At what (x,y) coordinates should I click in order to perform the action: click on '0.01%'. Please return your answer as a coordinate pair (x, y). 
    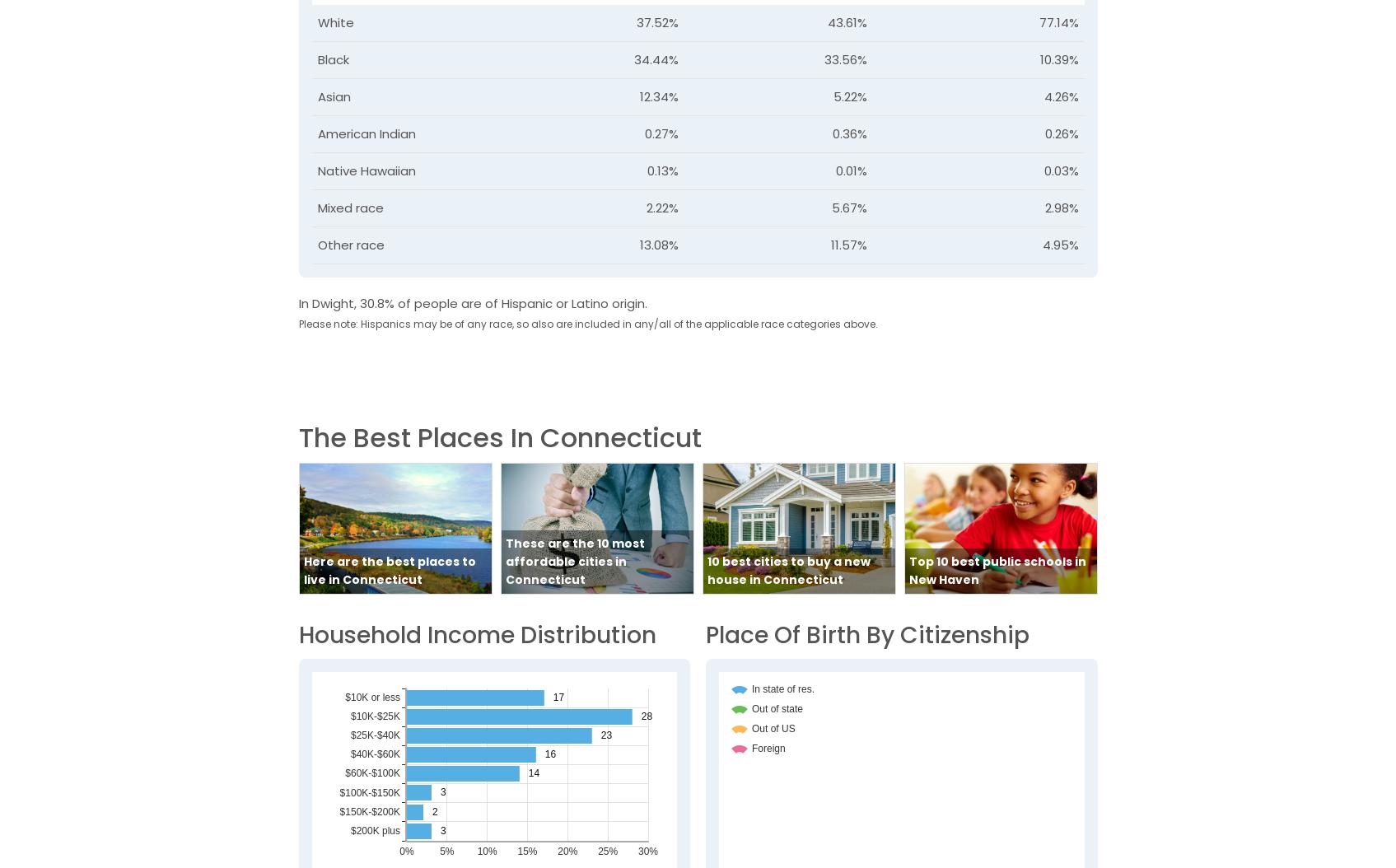
    Looking at the image, I should click on (850, 169).